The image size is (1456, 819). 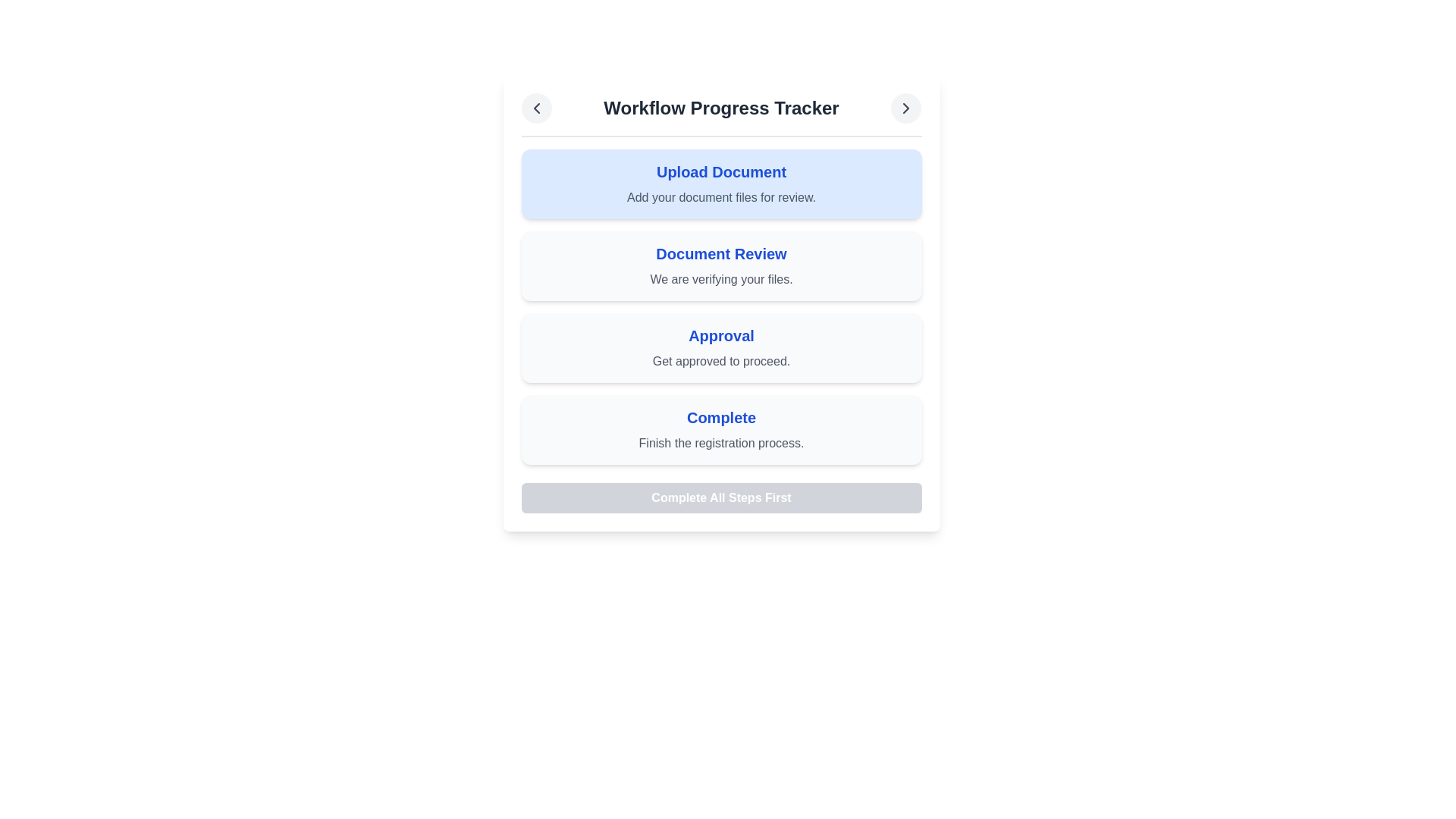 What do you see at coordinates (720, 184) in the screenshot?
I see `the 'Upload Document' step indicator panel in the 'Workflow Progress Tracker' that provides the title and description` at bounding box center [720, 184].